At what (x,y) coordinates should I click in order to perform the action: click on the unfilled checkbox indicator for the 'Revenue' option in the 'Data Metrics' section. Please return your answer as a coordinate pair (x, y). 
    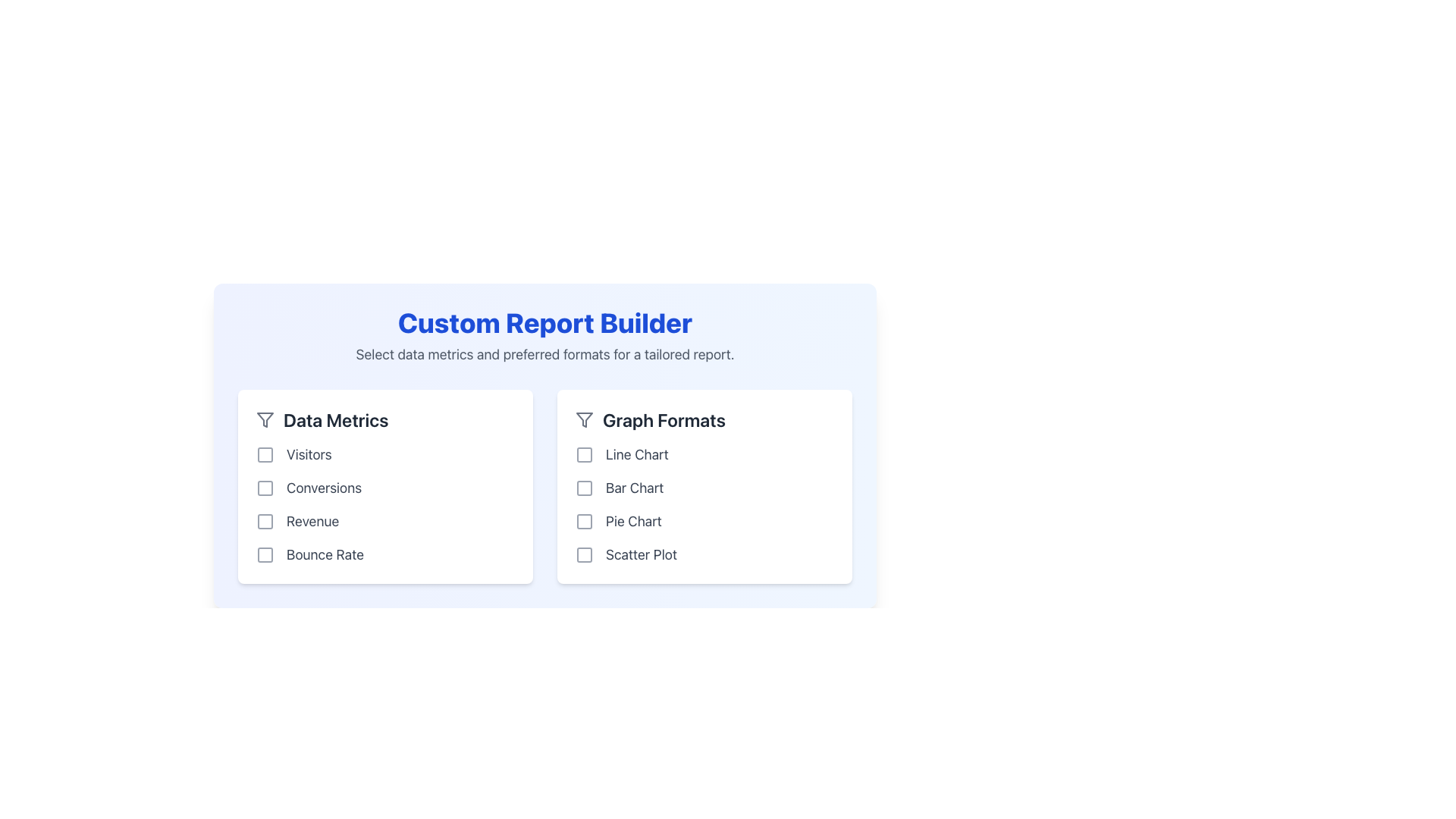
    Looking at the image, I should click on (265, 520).